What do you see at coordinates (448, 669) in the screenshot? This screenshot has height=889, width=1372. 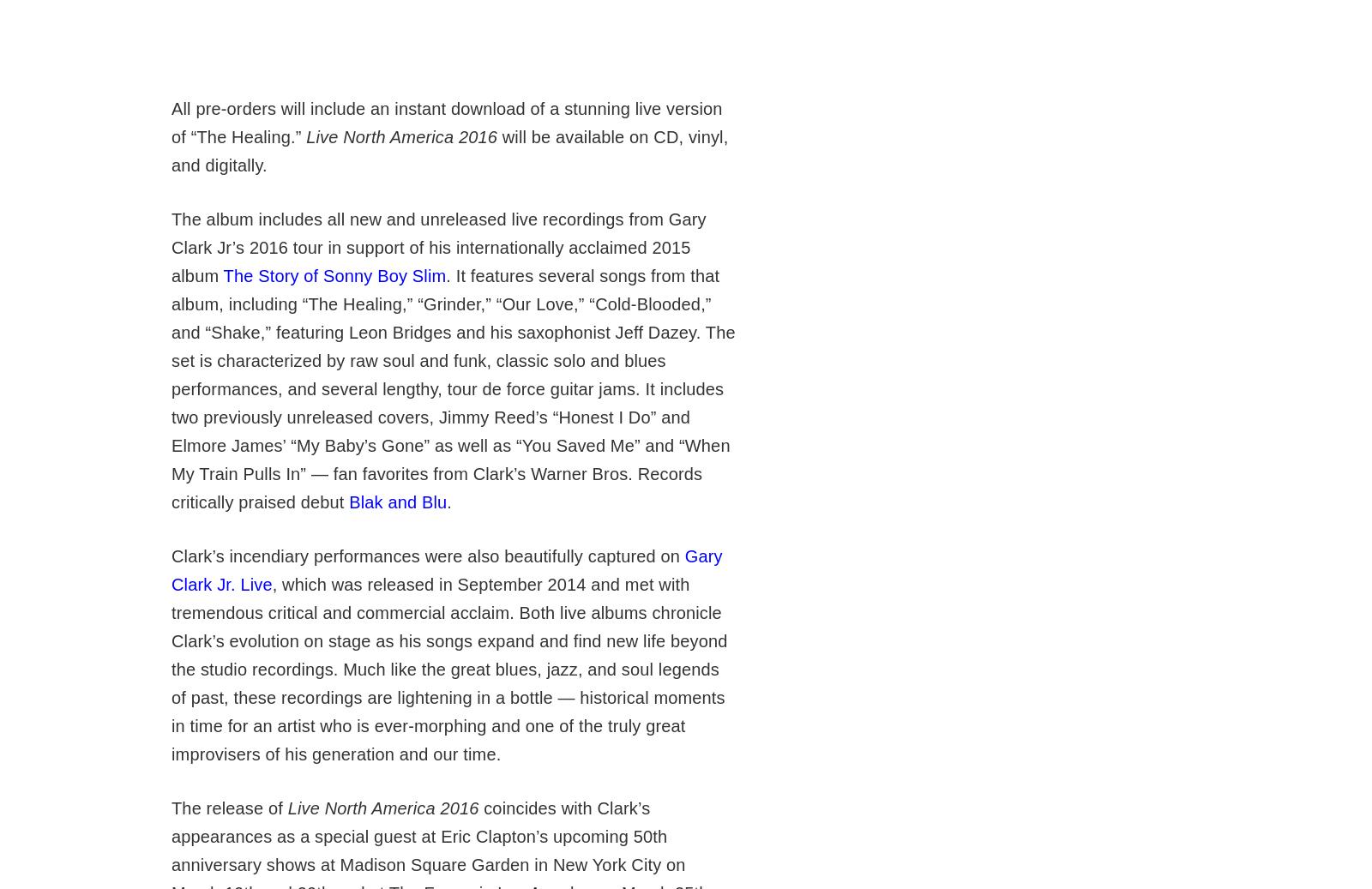 I see `', which was released in September 2014 and met with tremendous critical and commercial acclaim. Both live albums chronicle Clark’s evolution on stage as his songs expand and find new life beyond the studio recordings. Much like the great blues, jazz, and soul legends of past, these recordings are lightening in a bottle — historical moments in time for an artist who is ever-morphing and one of the truly great improvisers of his generation and our time.'` at bounding box center [448, 669].